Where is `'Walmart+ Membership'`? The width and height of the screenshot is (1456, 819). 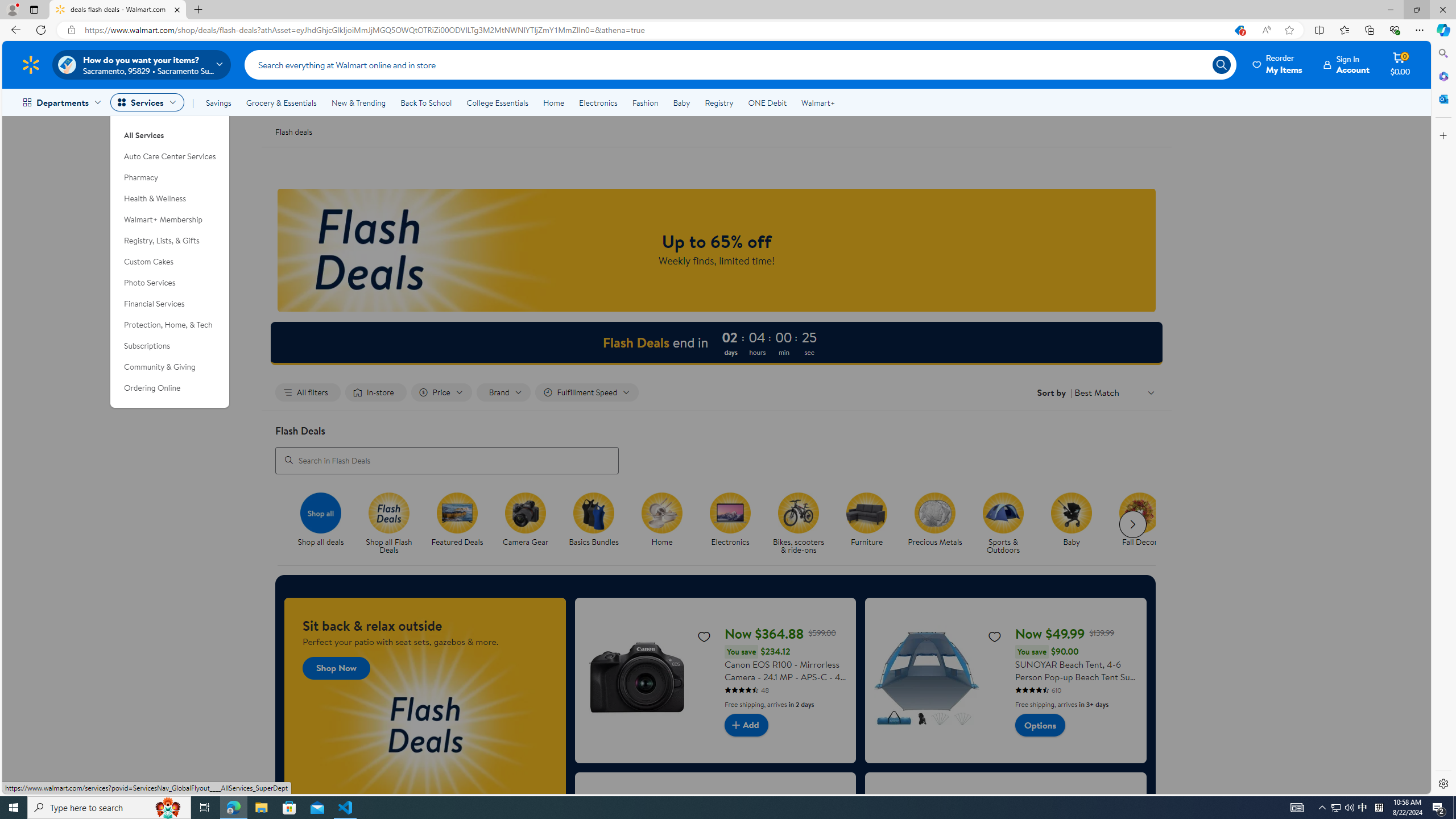 'Walmart+ Membership' is located at coordinates (169, 220).